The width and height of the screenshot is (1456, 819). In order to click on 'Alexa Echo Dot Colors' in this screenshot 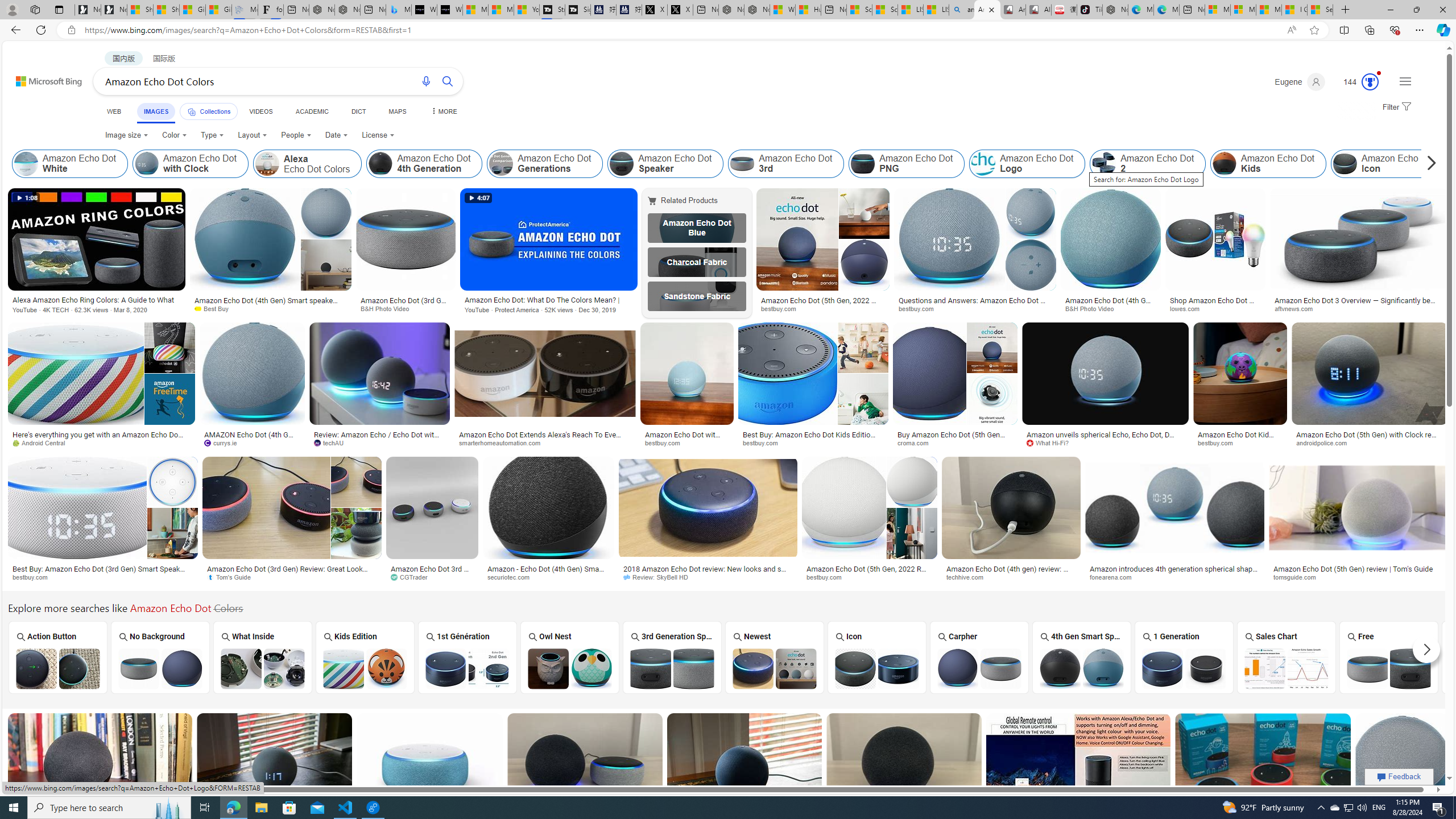, I will do `click(266, 163)`.